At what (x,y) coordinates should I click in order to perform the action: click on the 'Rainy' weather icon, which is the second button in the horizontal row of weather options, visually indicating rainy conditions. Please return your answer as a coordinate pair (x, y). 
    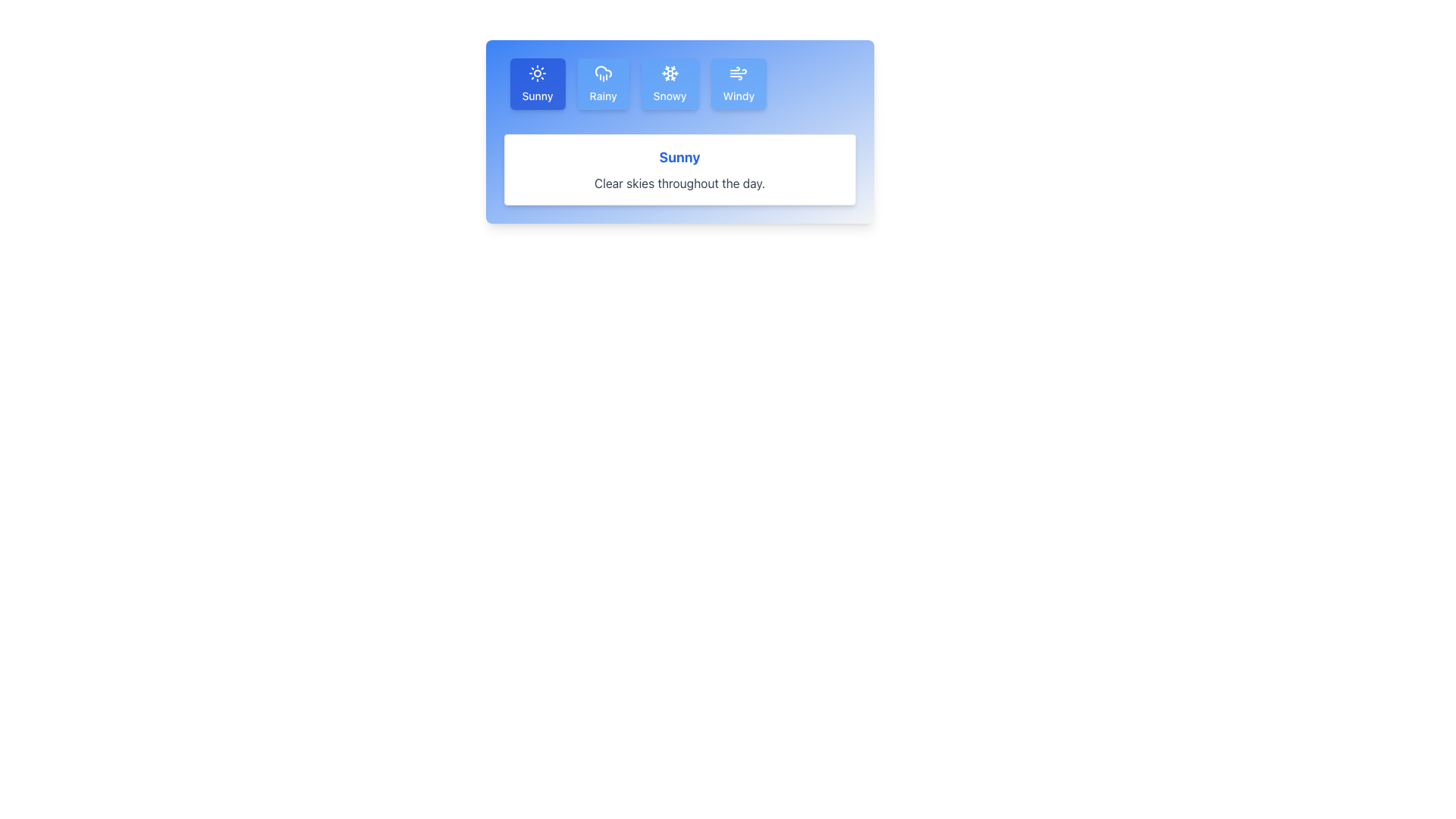
    Looking at the image, I should click on (602, 73).